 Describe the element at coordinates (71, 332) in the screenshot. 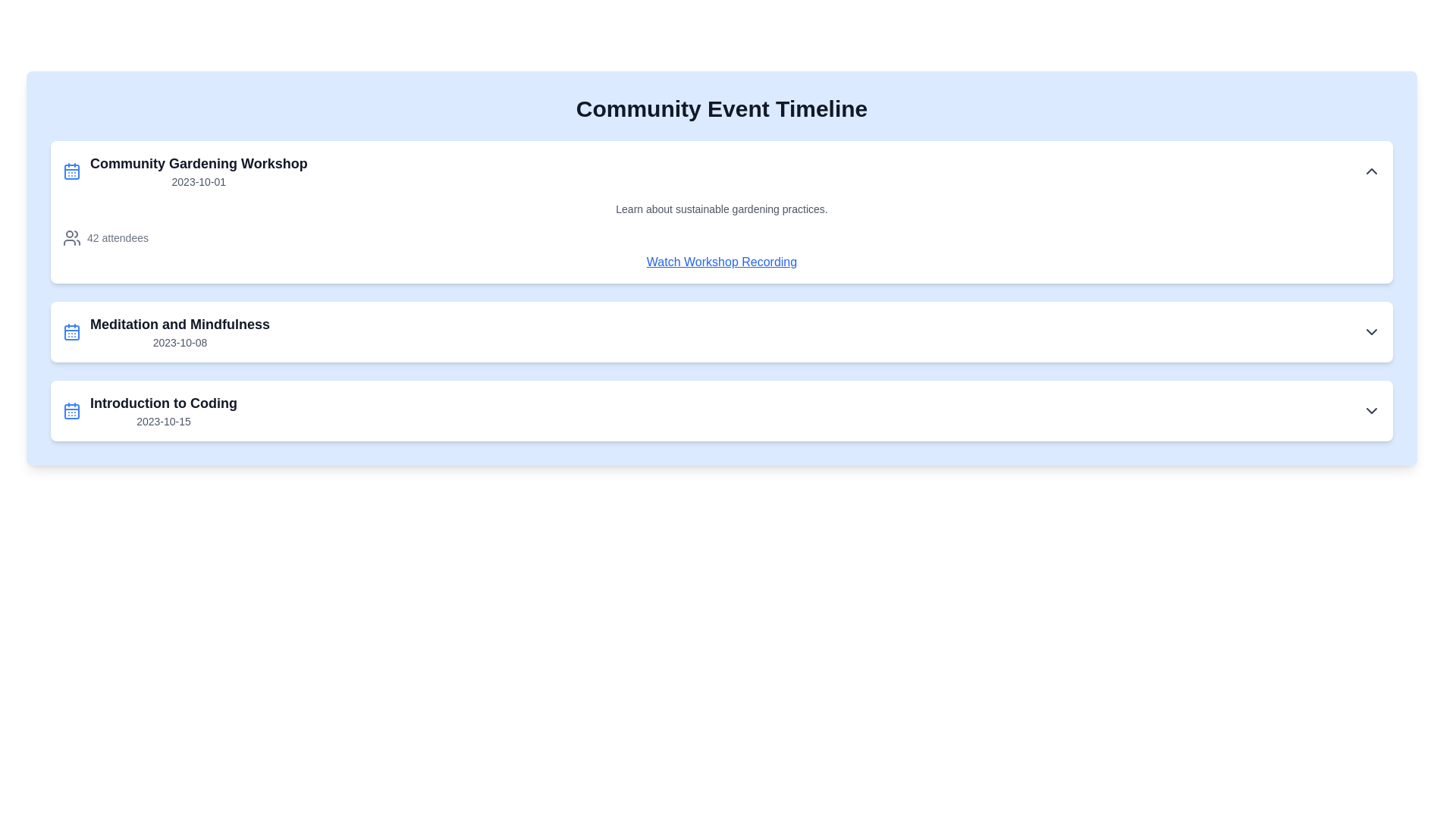

I see `the graphical decorative element within the calendar icon located at the upper left side of the list item` at that location.